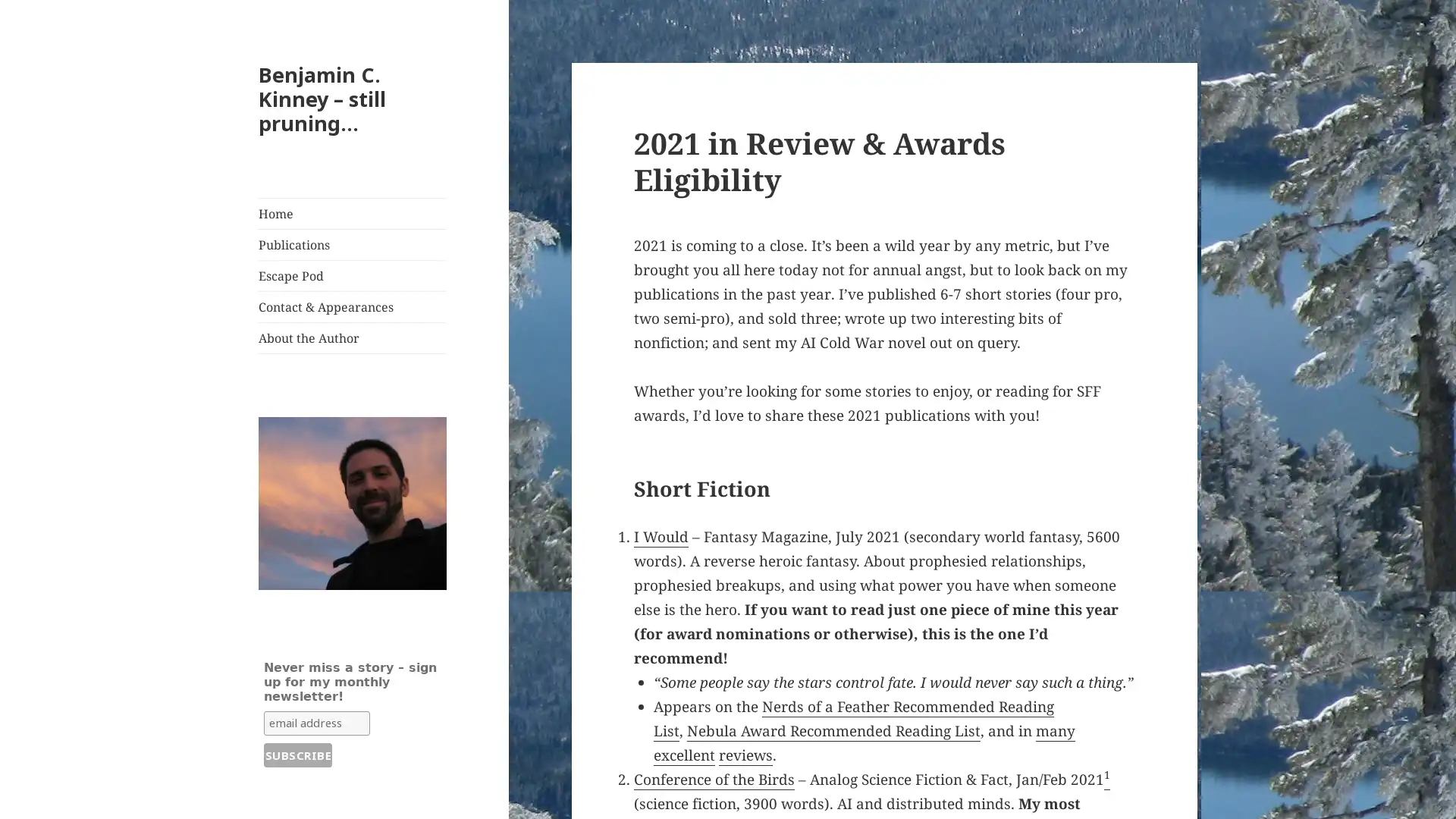  Describe the element at coordinates (298, 755) in the screenshot. I see `Subscribe` at that location.